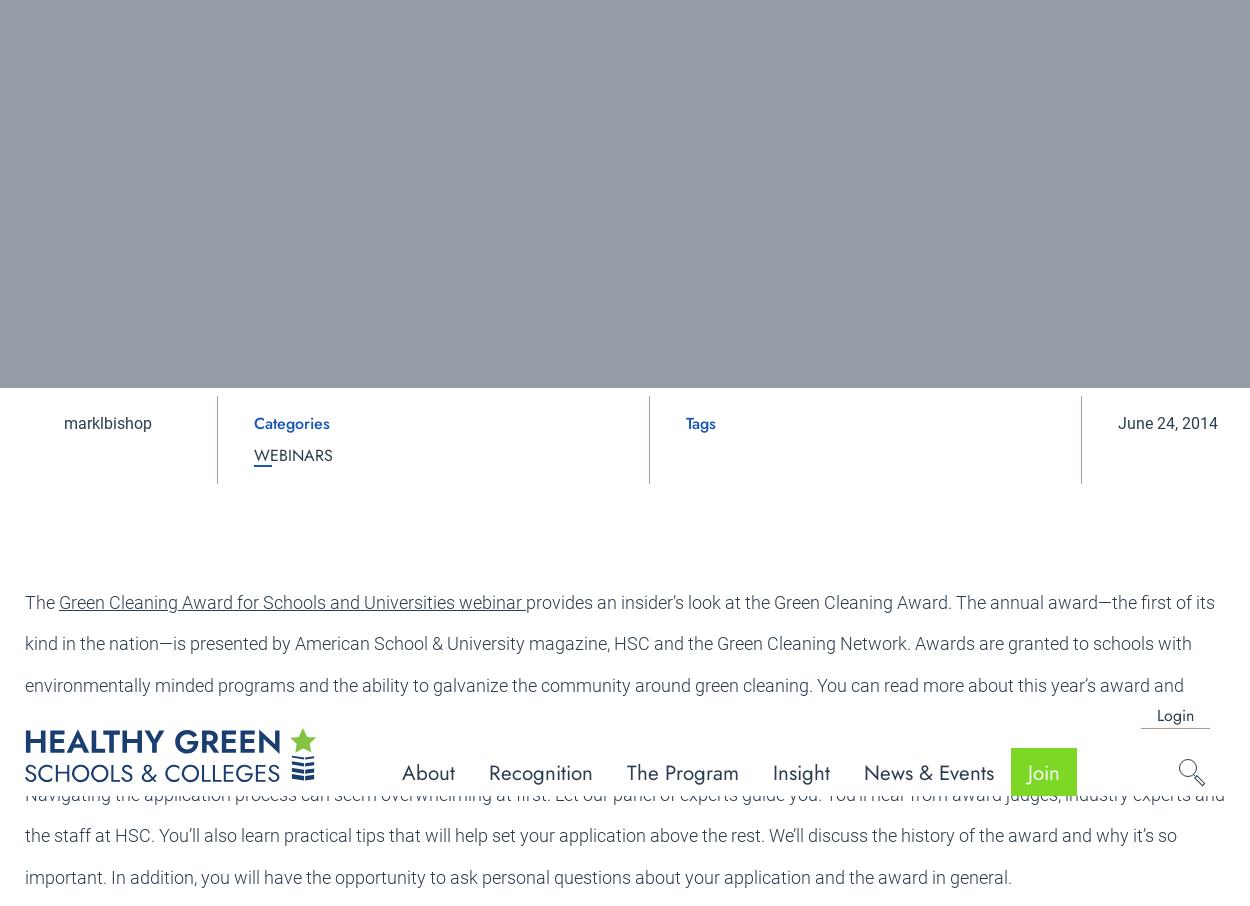 The width and height of the screenshot is (1250, 906). Describe the element at coordinates (1145, 835) in the screenshot. I see `'Terms of Use'` at that location.